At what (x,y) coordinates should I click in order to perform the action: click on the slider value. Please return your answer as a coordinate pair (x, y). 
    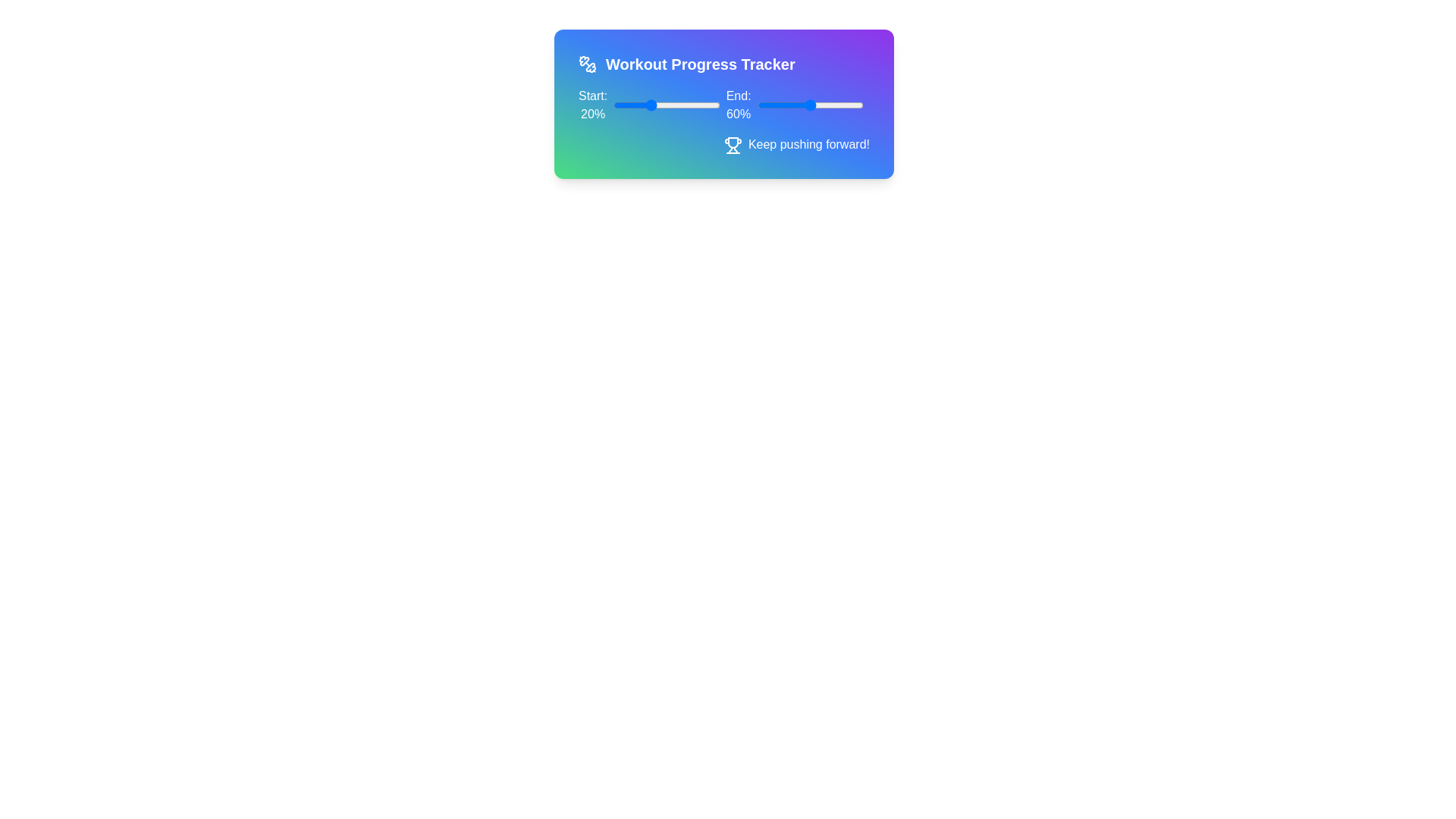
    Looking at the image, I should click on (665, 104).